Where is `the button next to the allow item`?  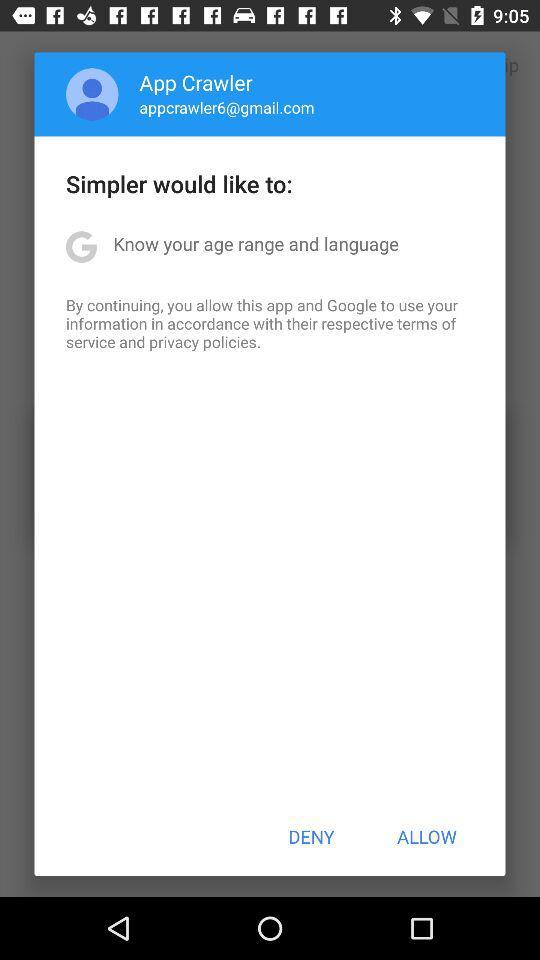 the button next to the allow item is located at coordinates (311, 836).